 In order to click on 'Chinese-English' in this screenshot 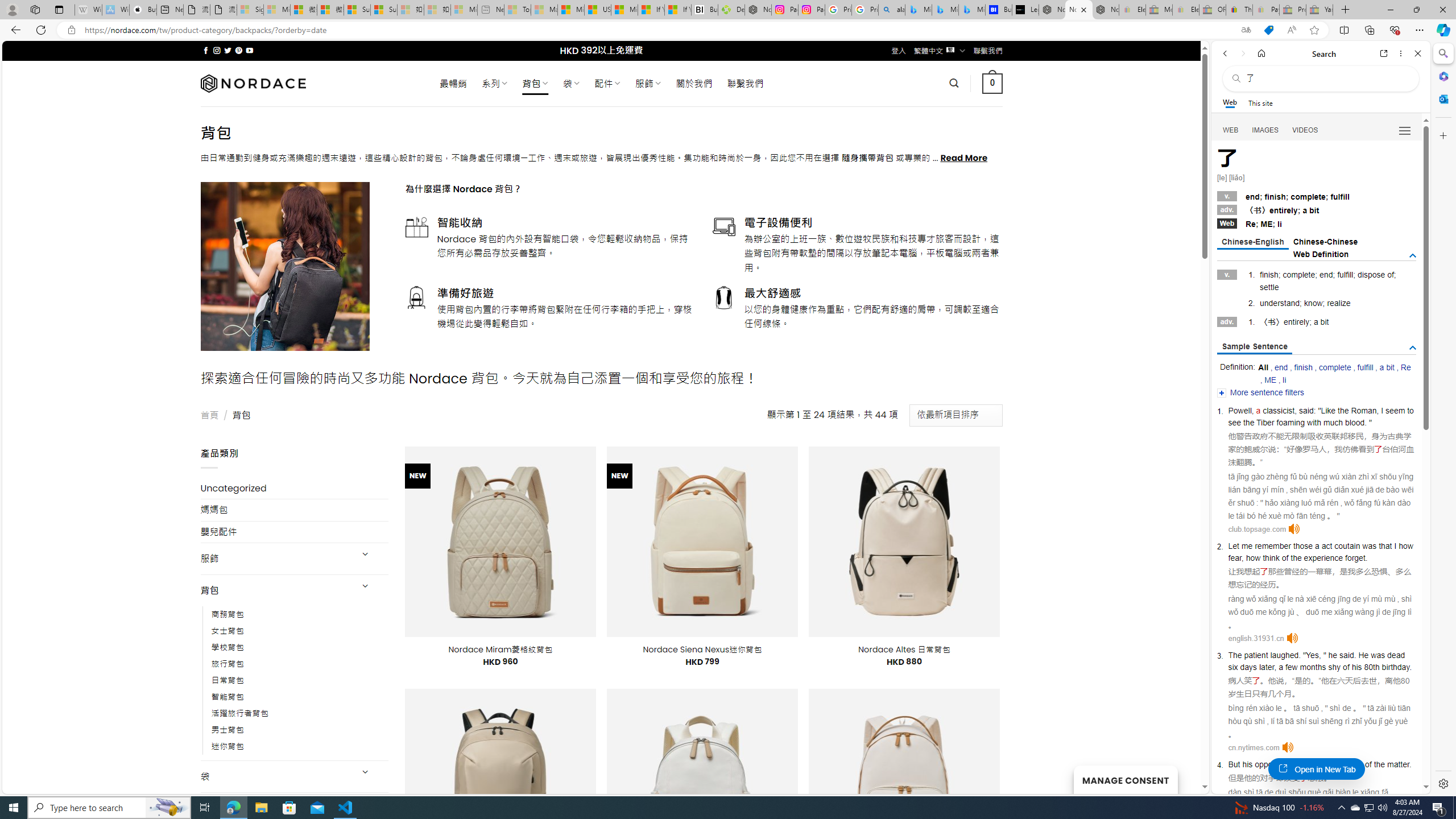, I will do `click(1252, 242)`.